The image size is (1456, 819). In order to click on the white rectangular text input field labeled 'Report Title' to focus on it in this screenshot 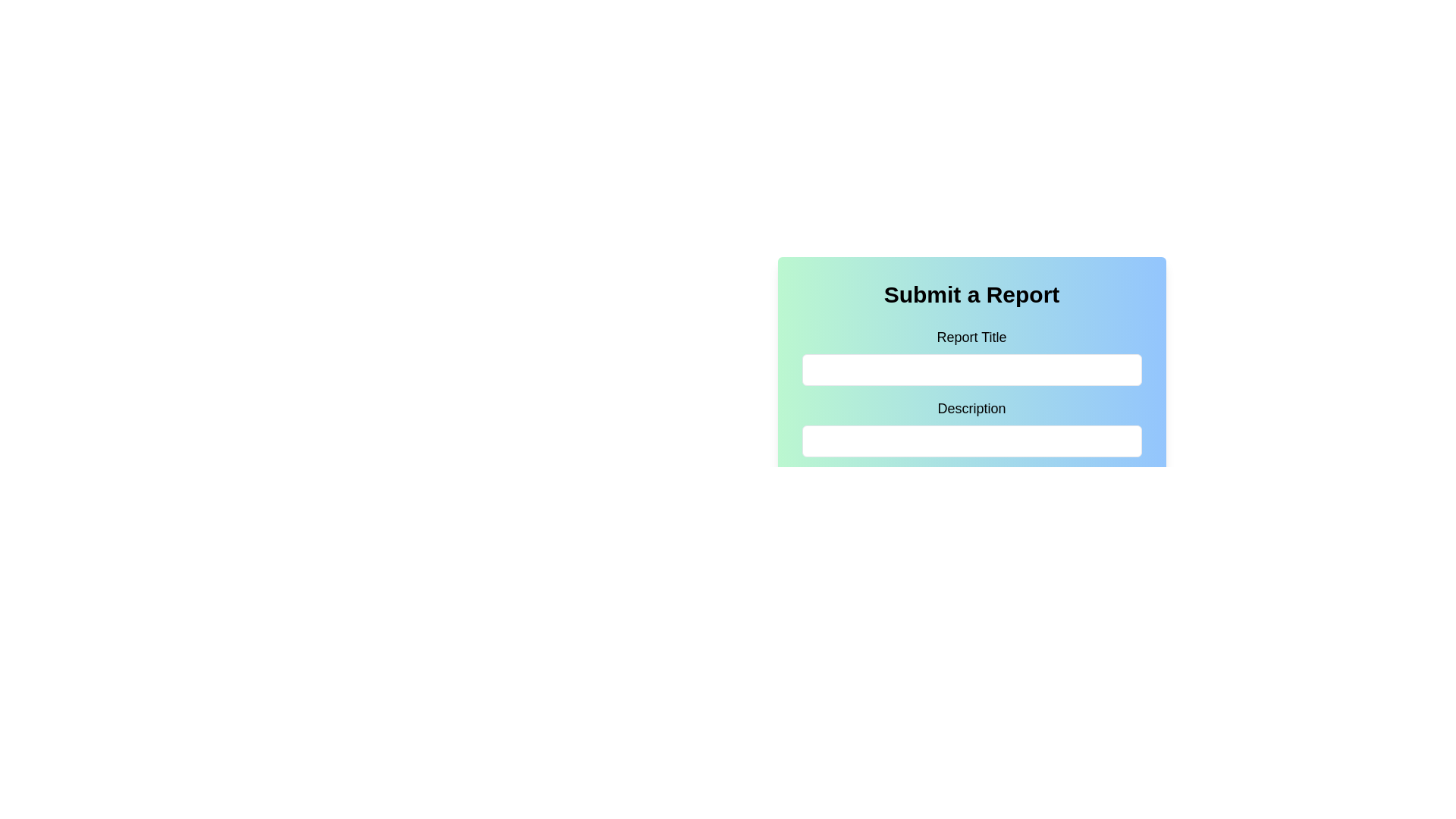, I will do `click(971, 353)`.